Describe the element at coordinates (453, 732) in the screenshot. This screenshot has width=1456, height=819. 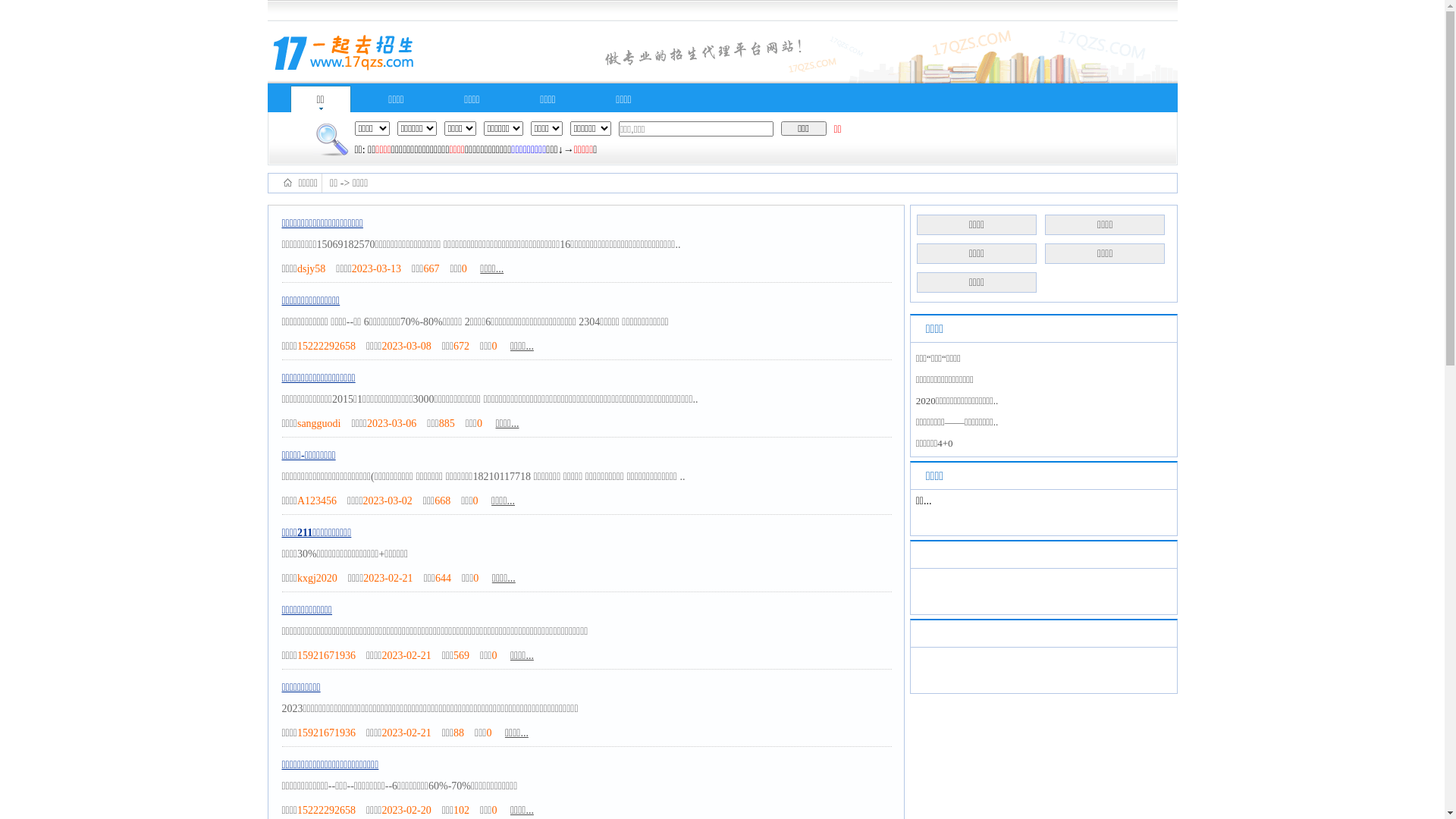
I see `'88'` at that location.